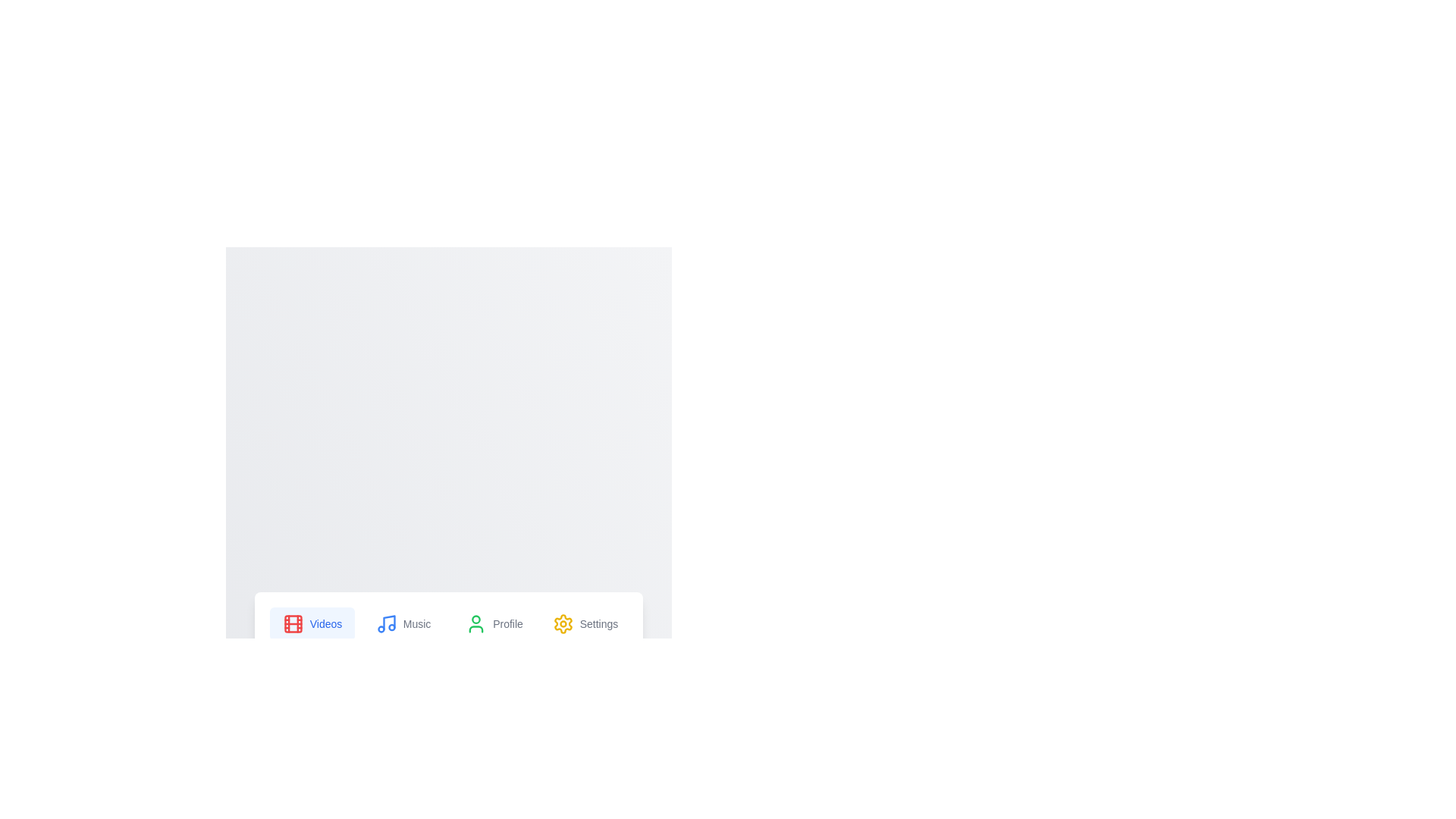 This screenshot has height=819, width=1456. Describe the element at coordinates (585, 623) in the screenshot. I see `the Settings tab to switch its content` at that location.